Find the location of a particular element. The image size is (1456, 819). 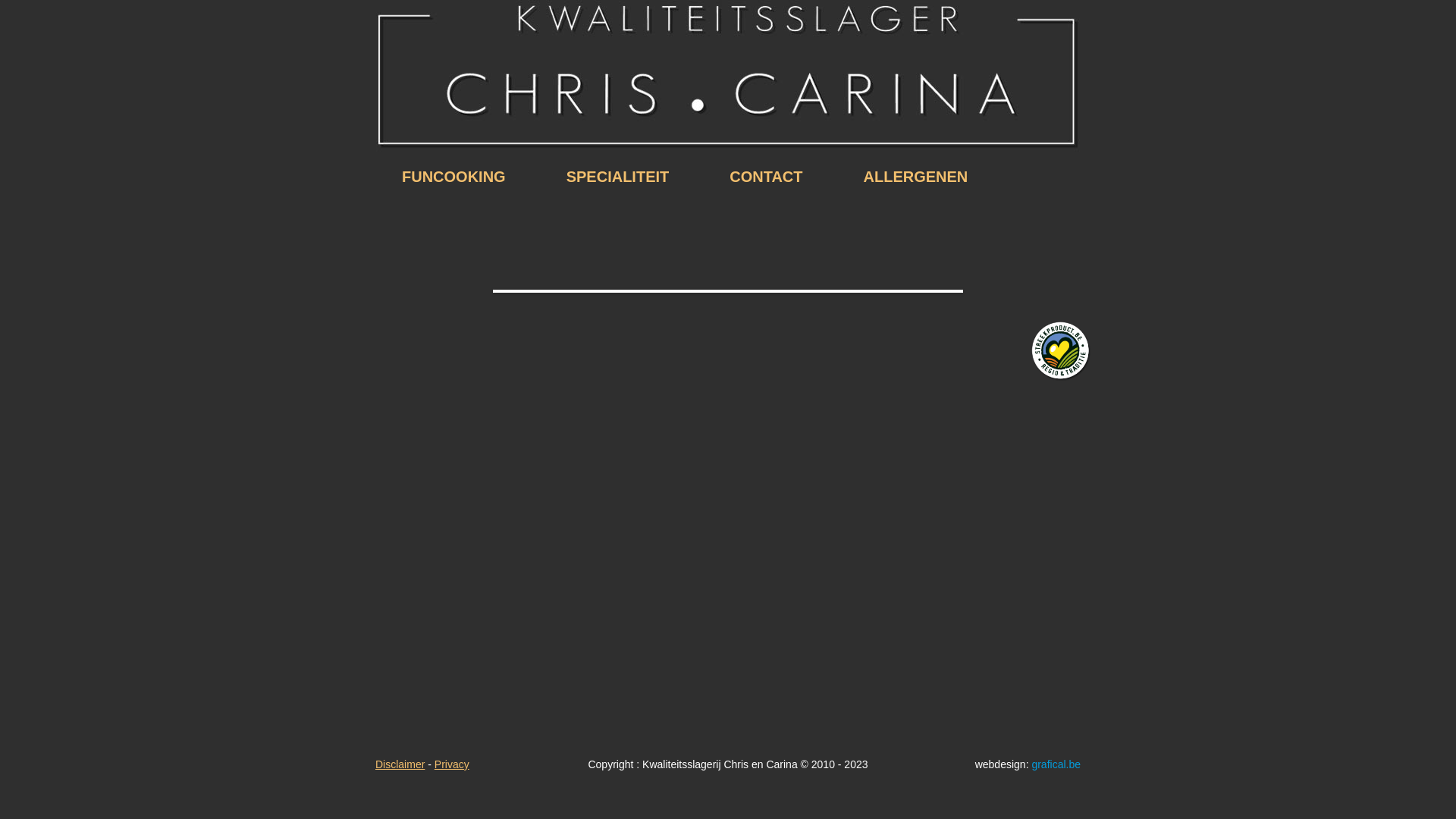

'SPECIALITEIT' is located at coordinates (618, 175).